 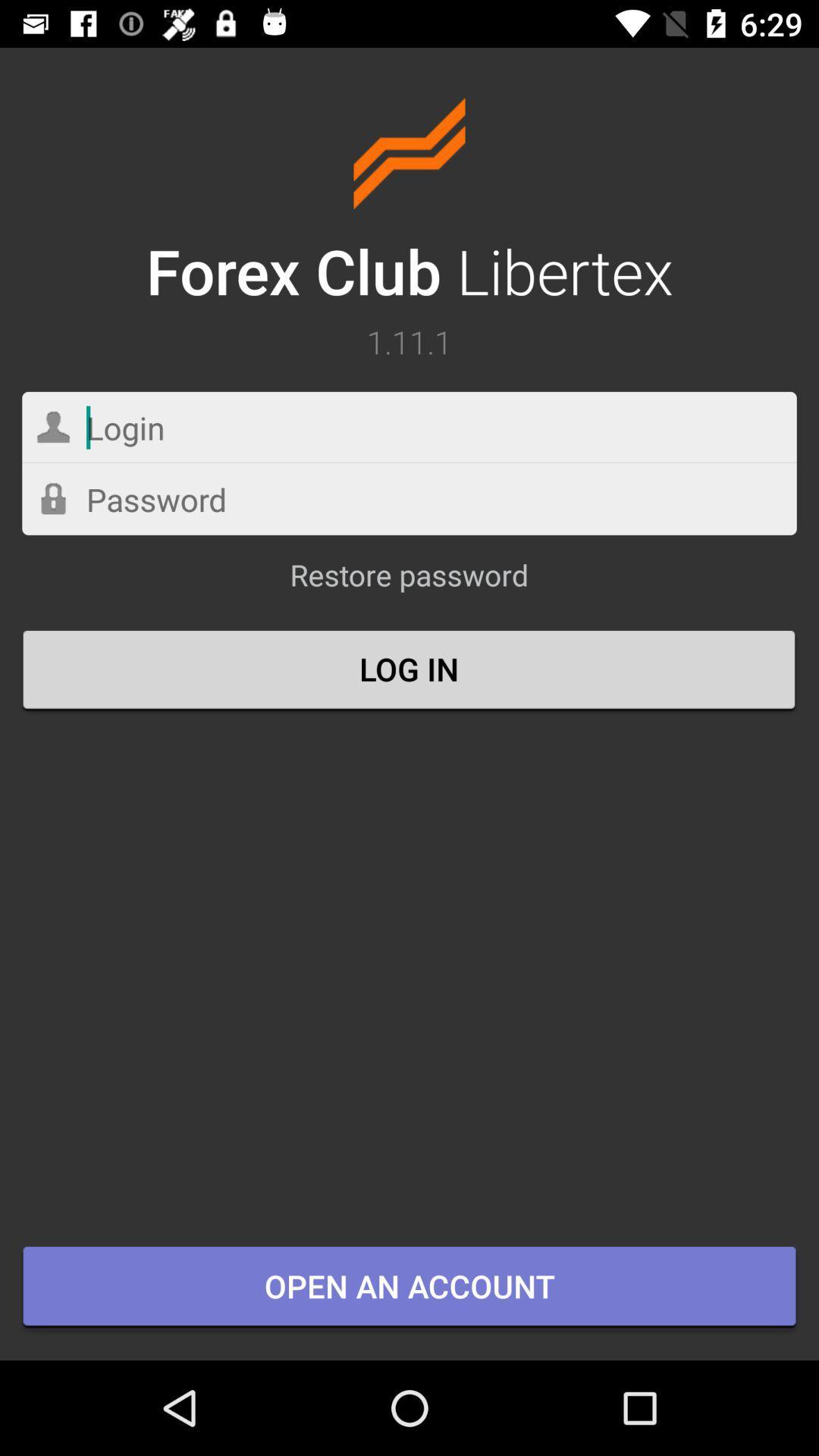 What do you see at coordinates (409, 1287) in the screenshot?
I see `open an account` at bounding box center [409, 1287].